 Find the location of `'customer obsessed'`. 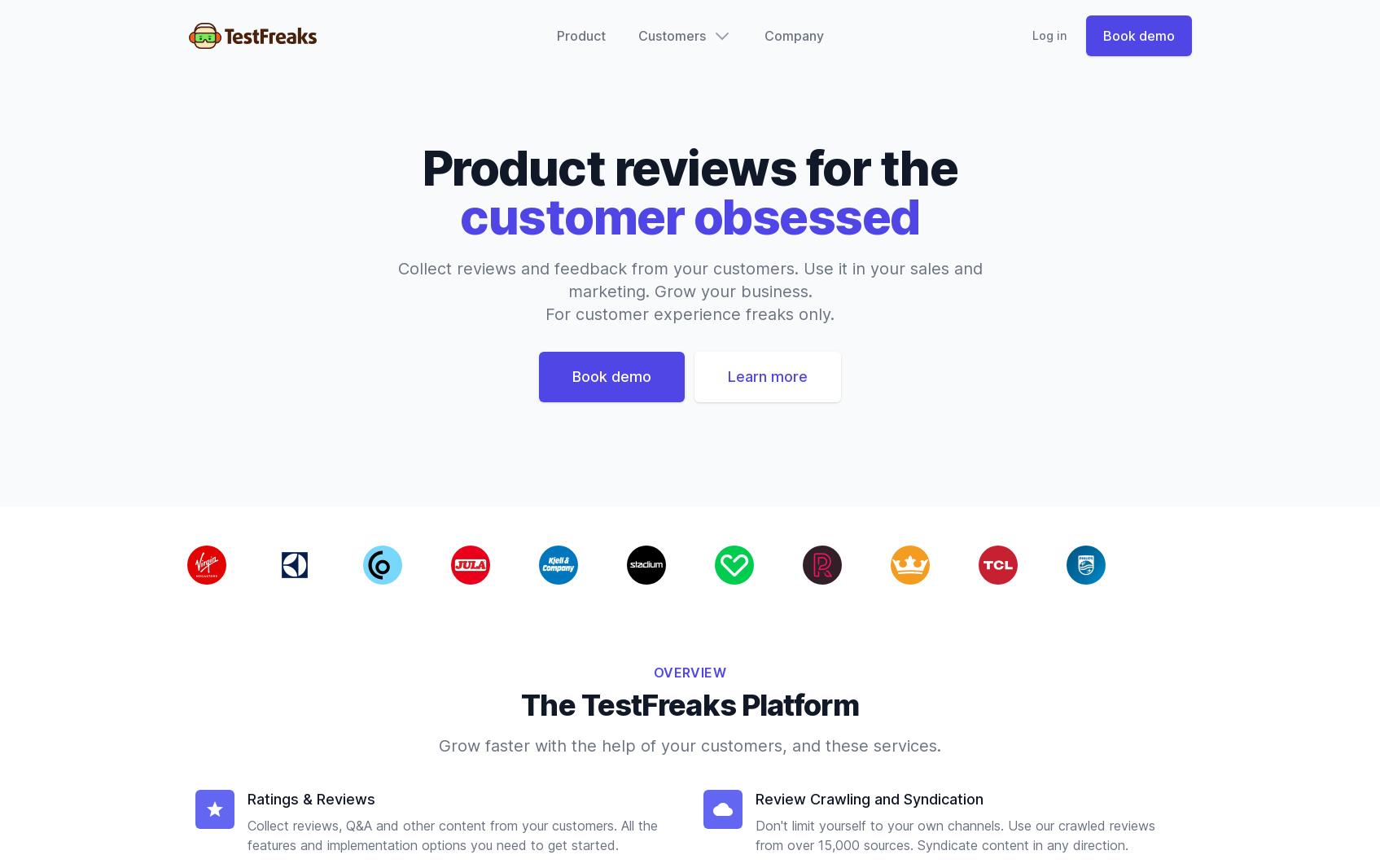

'customer obsessed' is located at coordinates (689, 215).